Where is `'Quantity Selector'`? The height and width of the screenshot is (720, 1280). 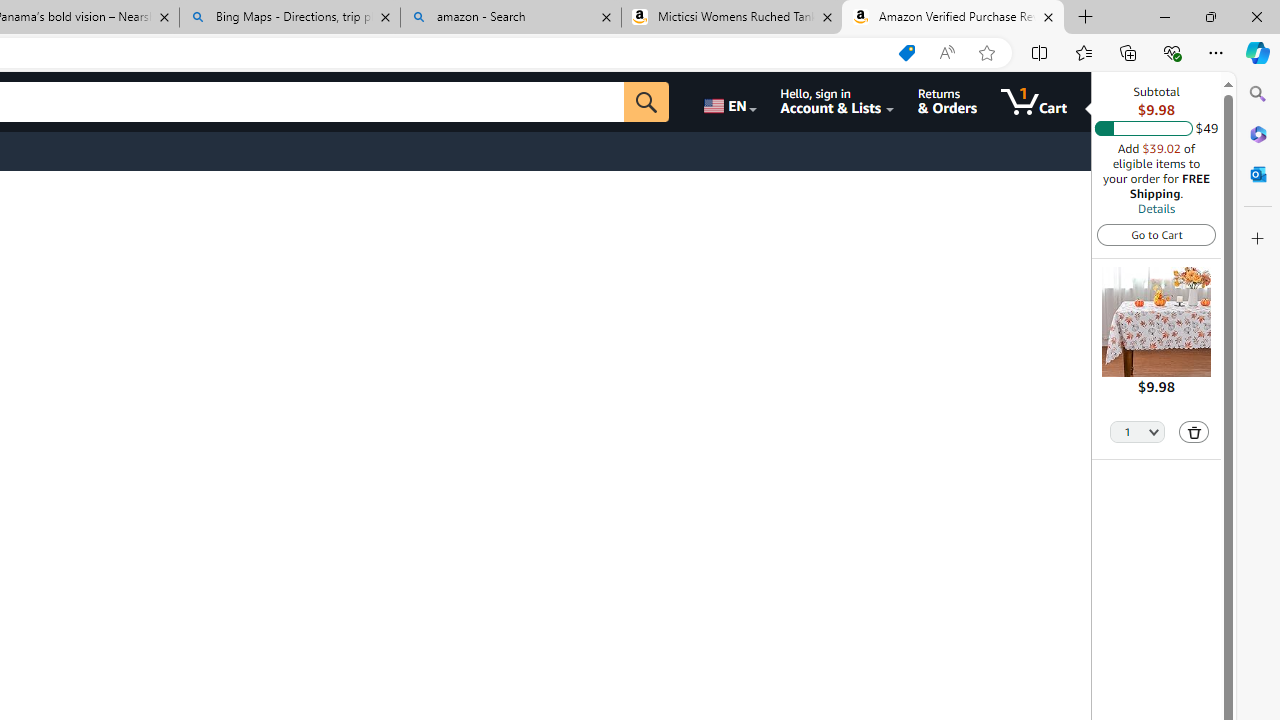
'Quantity Selector' is located at coordinates (1137, 429).